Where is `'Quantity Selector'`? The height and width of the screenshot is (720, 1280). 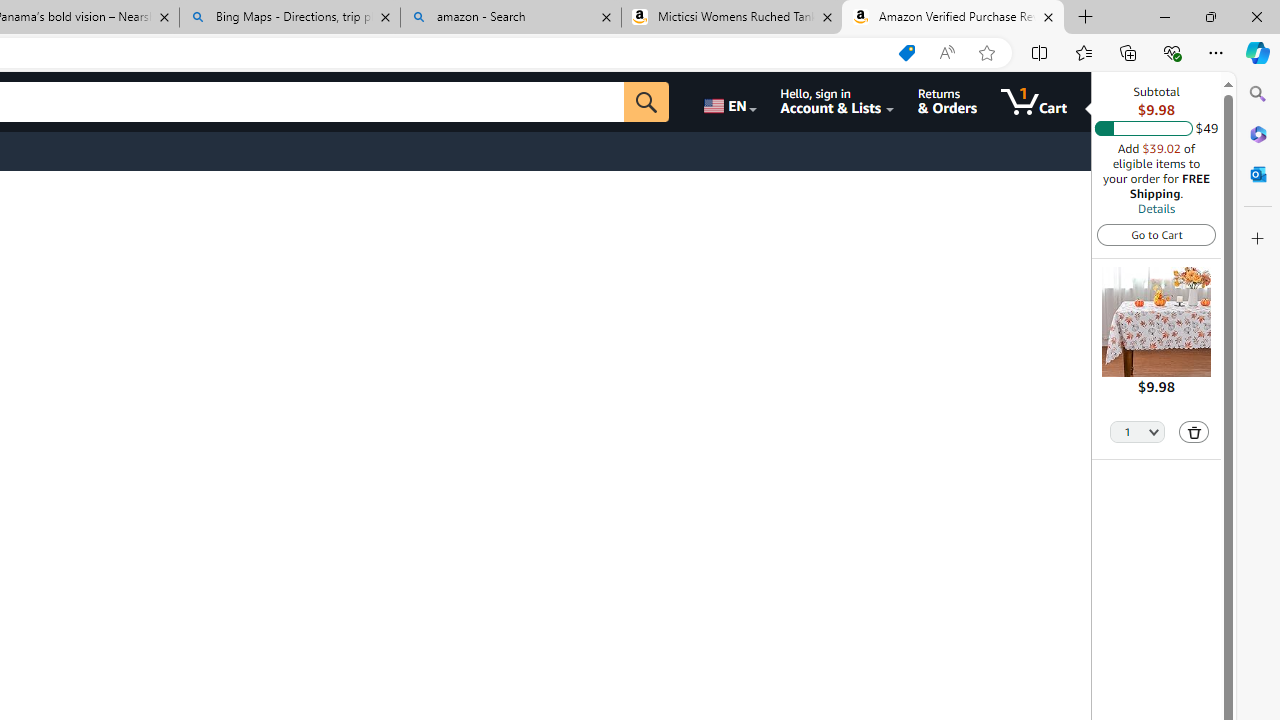
'Quantity Selector' is located at coordinates (1137, 429).